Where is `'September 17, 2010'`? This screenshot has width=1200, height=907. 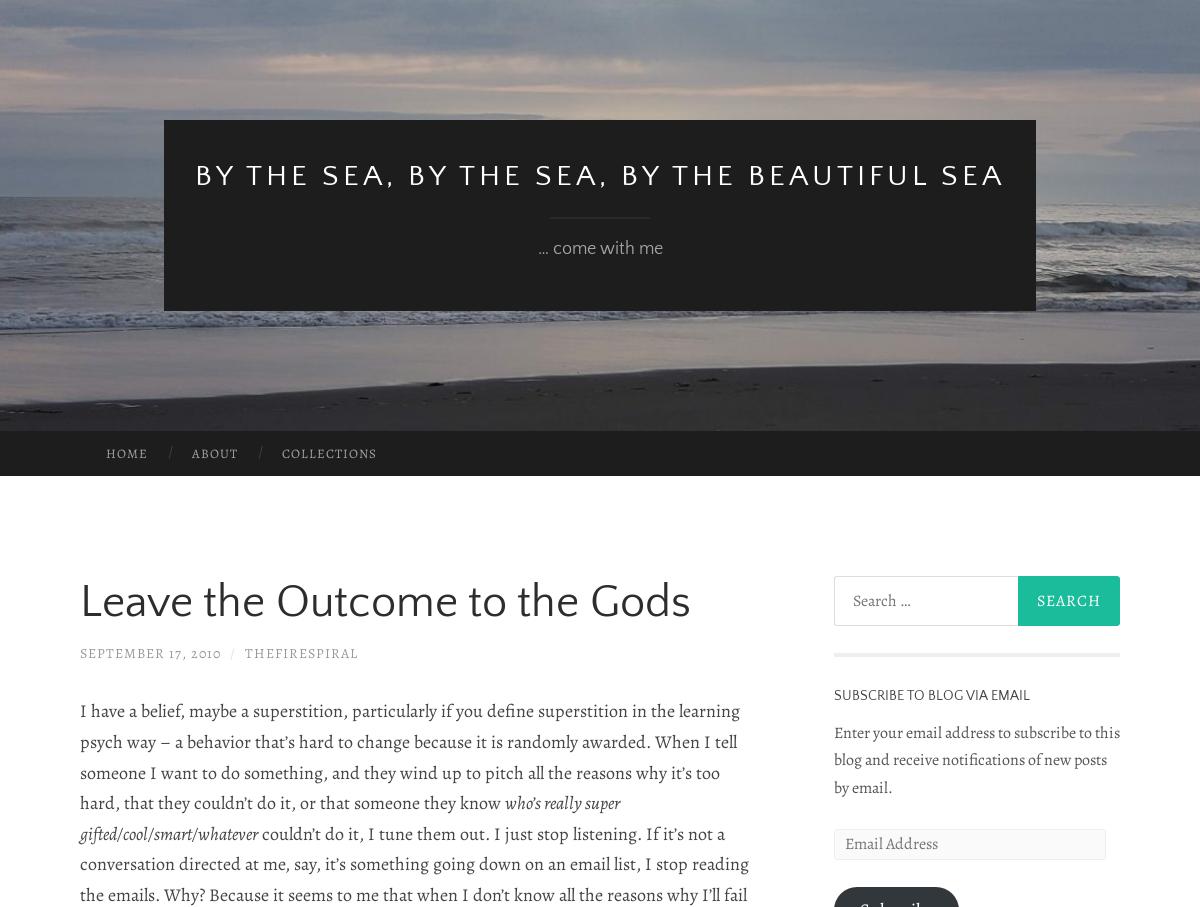 'September 17, 2010' is located at coordinates (150, 653).